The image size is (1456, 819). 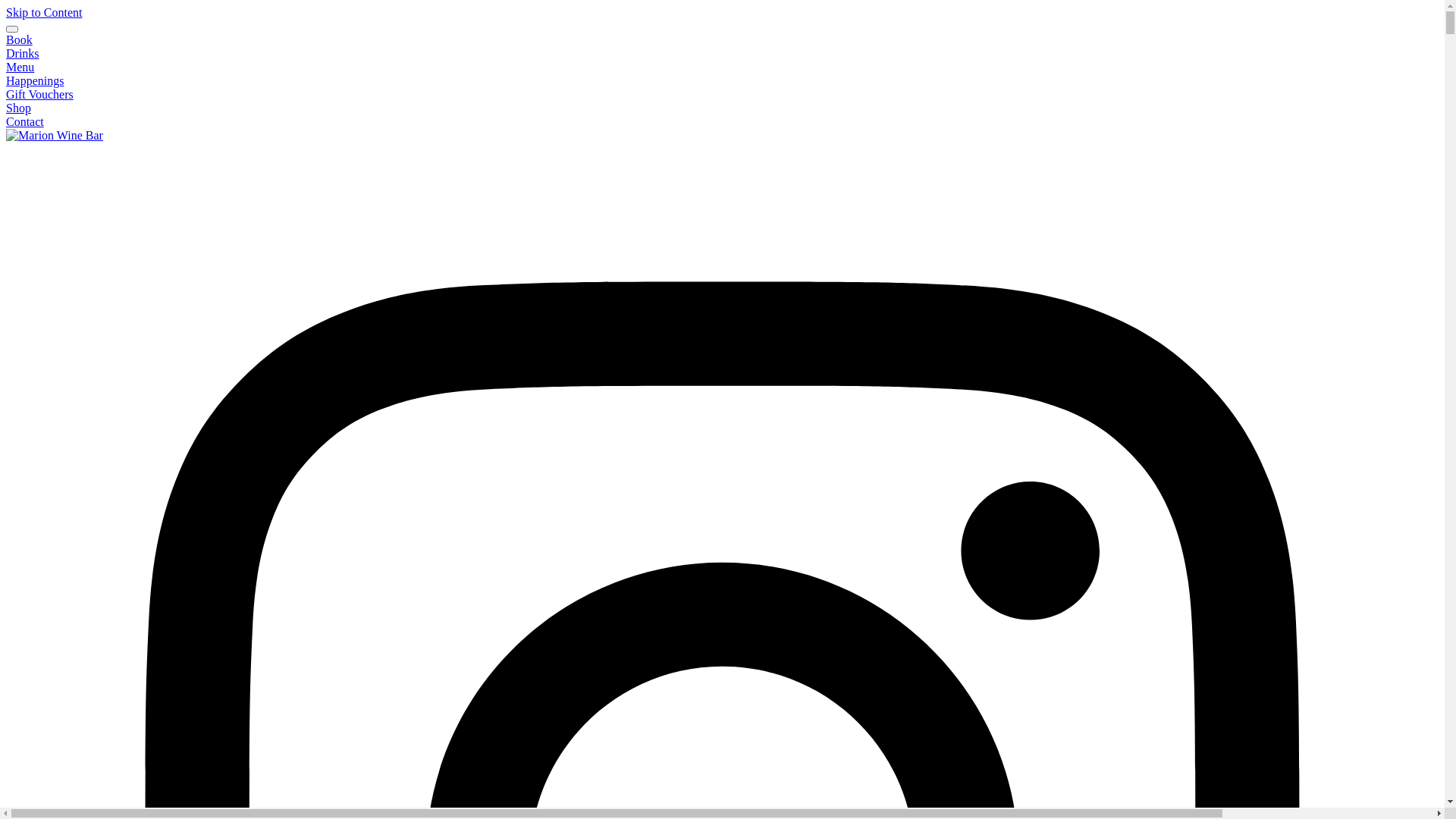 What do you see at coordinates (6, 121) in the screenshot?
I see `'Contact'` at bounding box center [6, 121].